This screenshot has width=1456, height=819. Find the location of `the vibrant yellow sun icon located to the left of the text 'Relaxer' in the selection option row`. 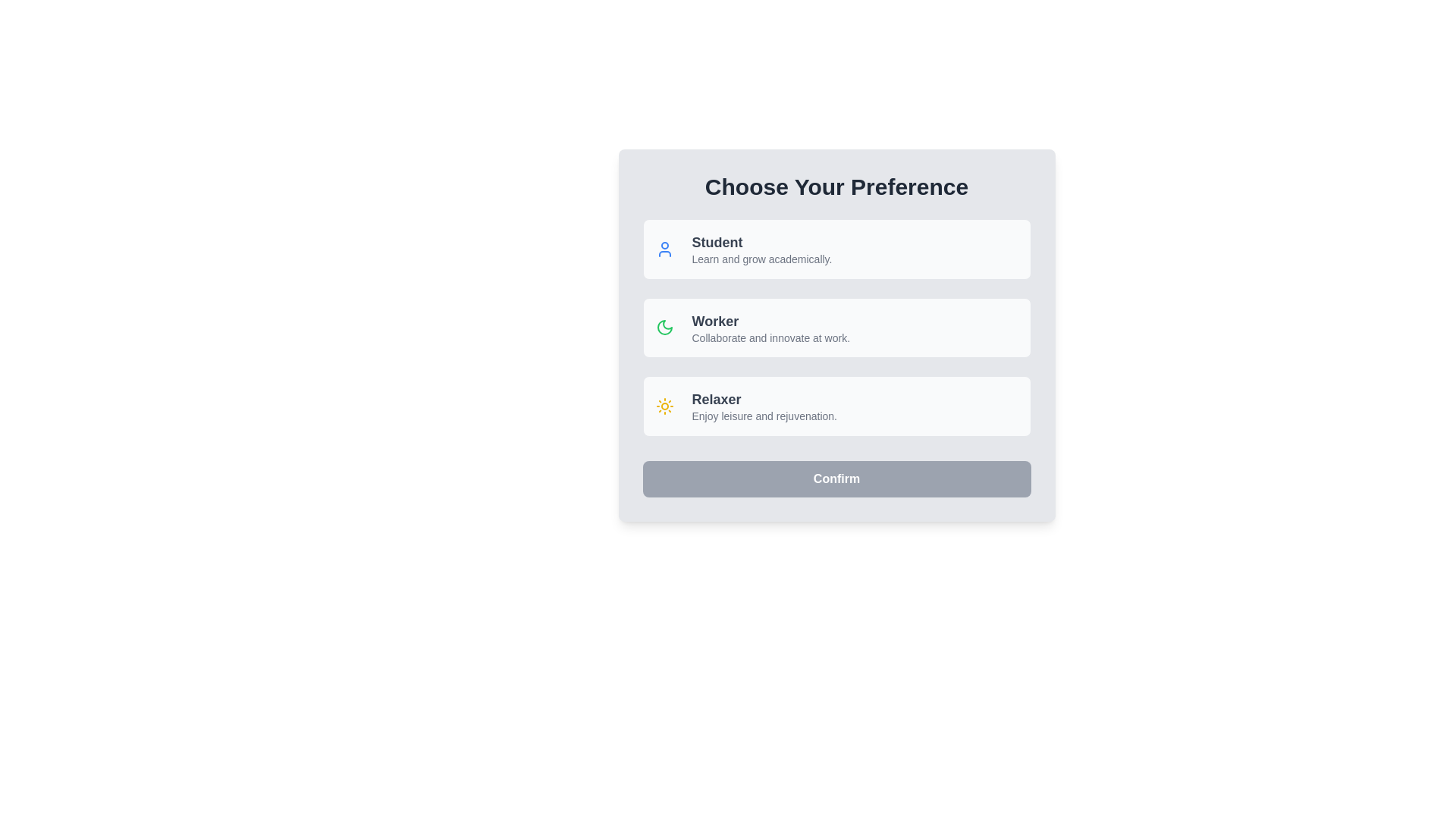

the vibrant yellow sun icon located to the left of the text 'Relaxer' in the selection option row is located at coordinates (664, 405).